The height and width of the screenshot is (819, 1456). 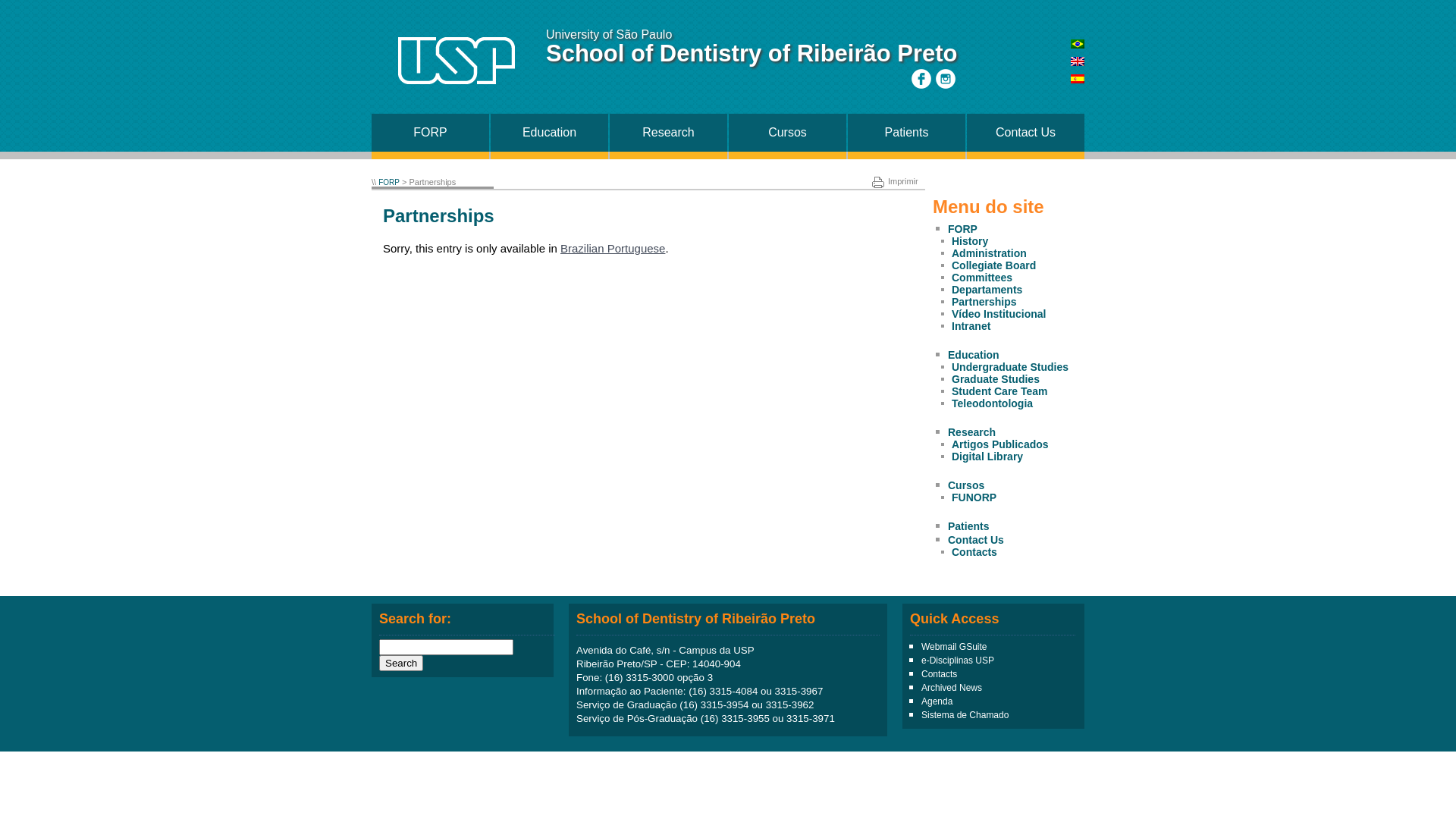 I want to click on 'Archived News', so click(x=950, y=687).